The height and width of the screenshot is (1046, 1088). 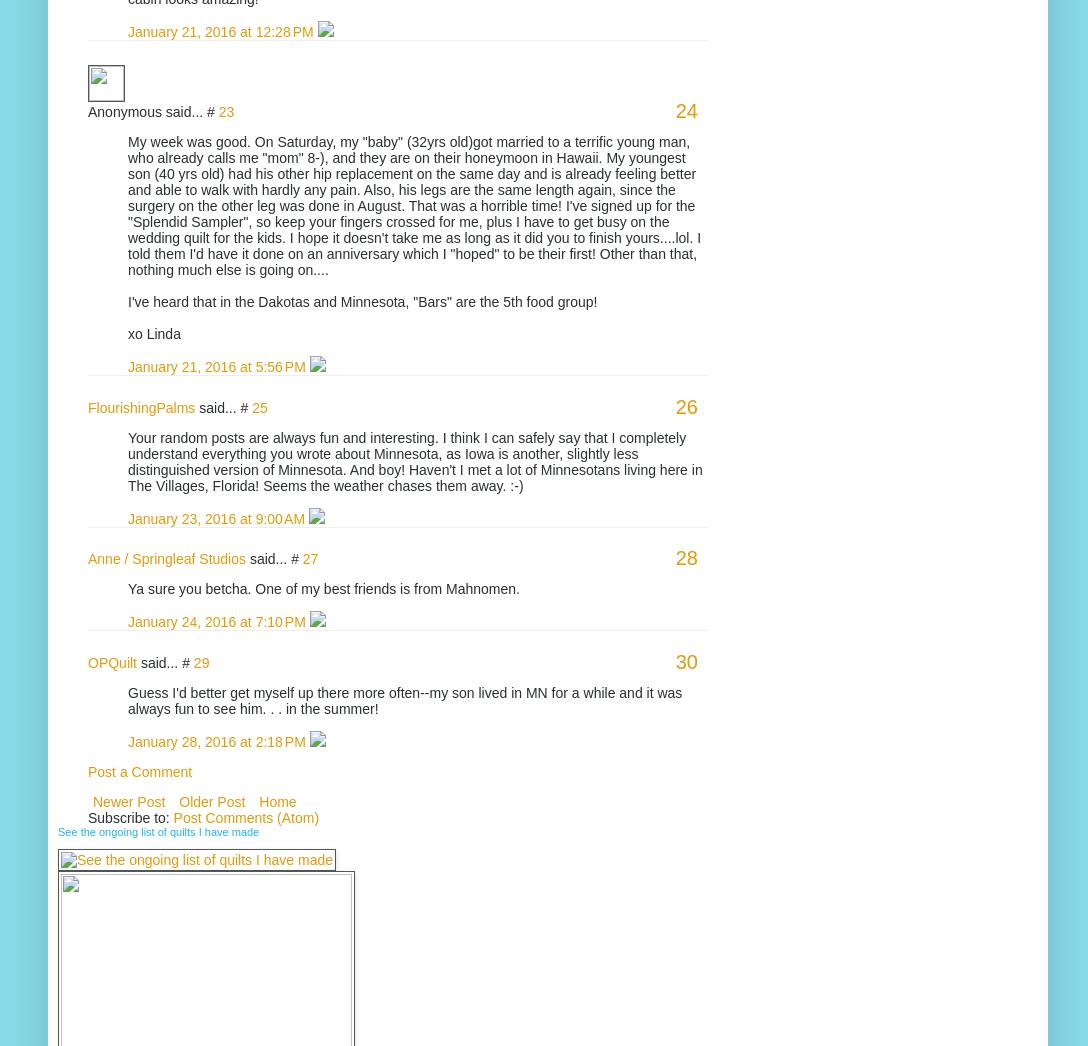 What do you see at coordinates (244, 817) in the screenshot?
I see `'Post Comments (Atom)'` at bounding box center [244, 817].